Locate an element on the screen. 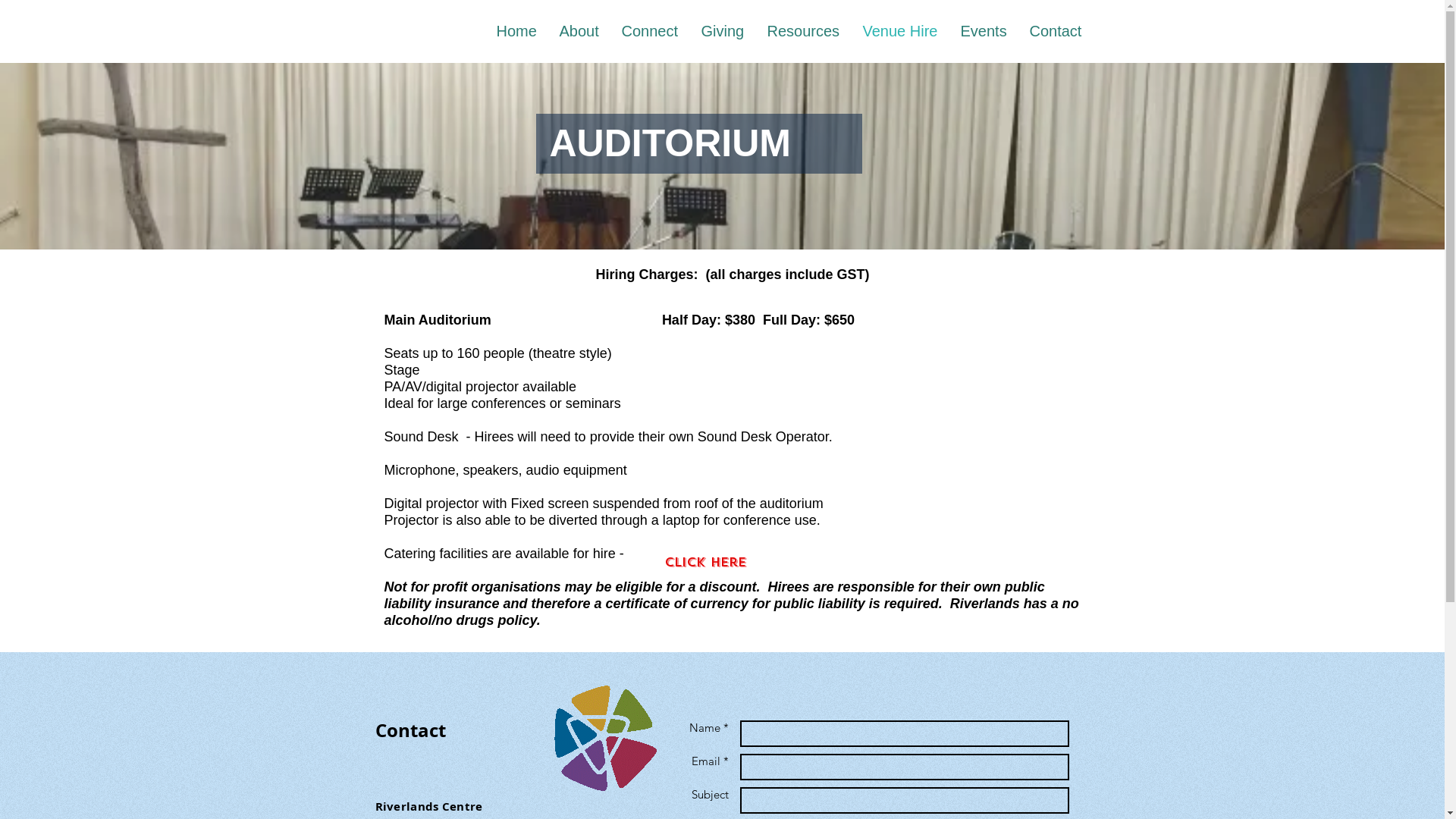 The width and height of the screenshot is (1456, 819). 'Click Here' is located at coordinates (704, 562).